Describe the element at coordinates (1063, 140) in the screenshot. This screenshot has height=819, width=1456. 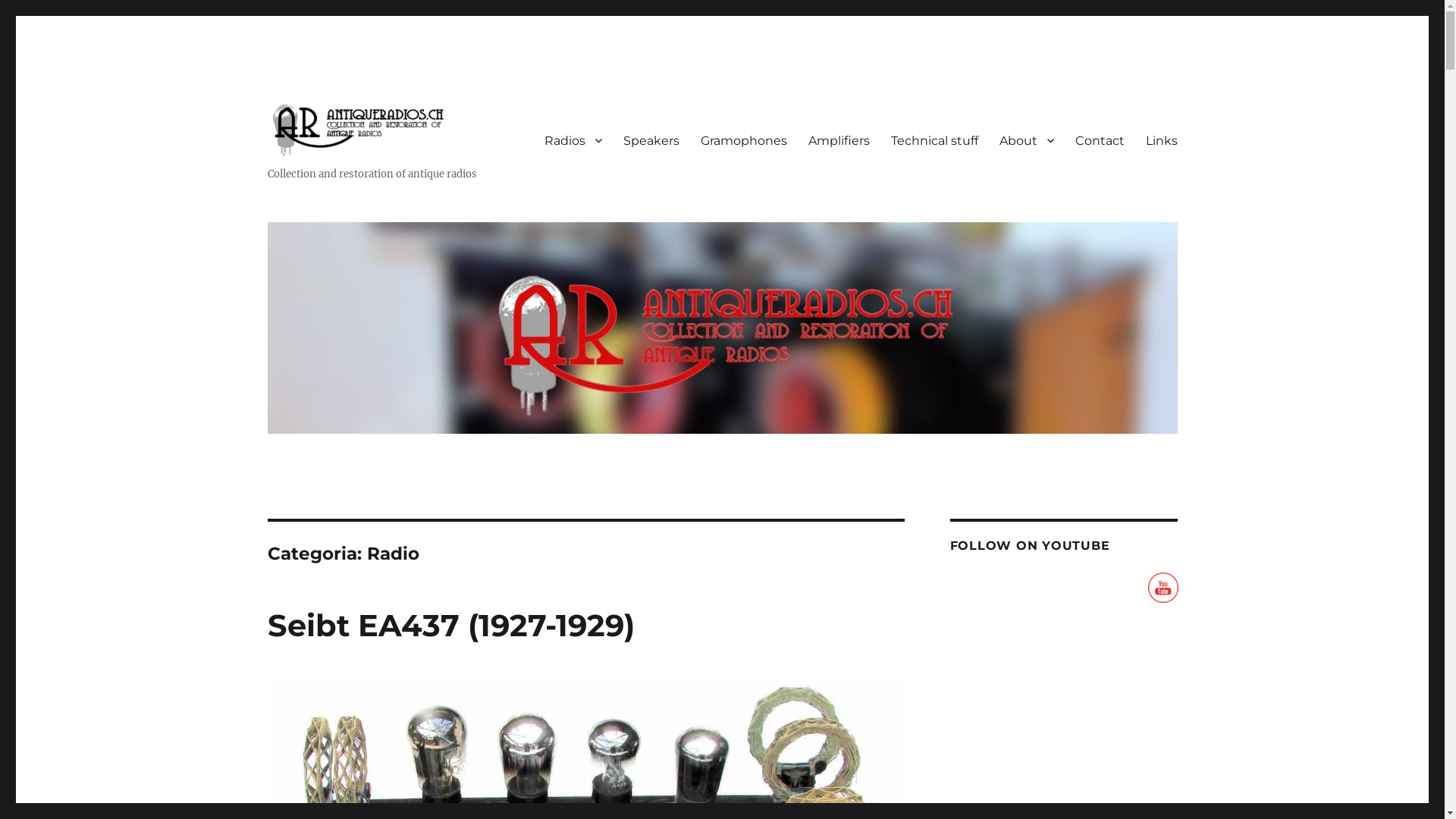
I see `'Contact'` at that location.